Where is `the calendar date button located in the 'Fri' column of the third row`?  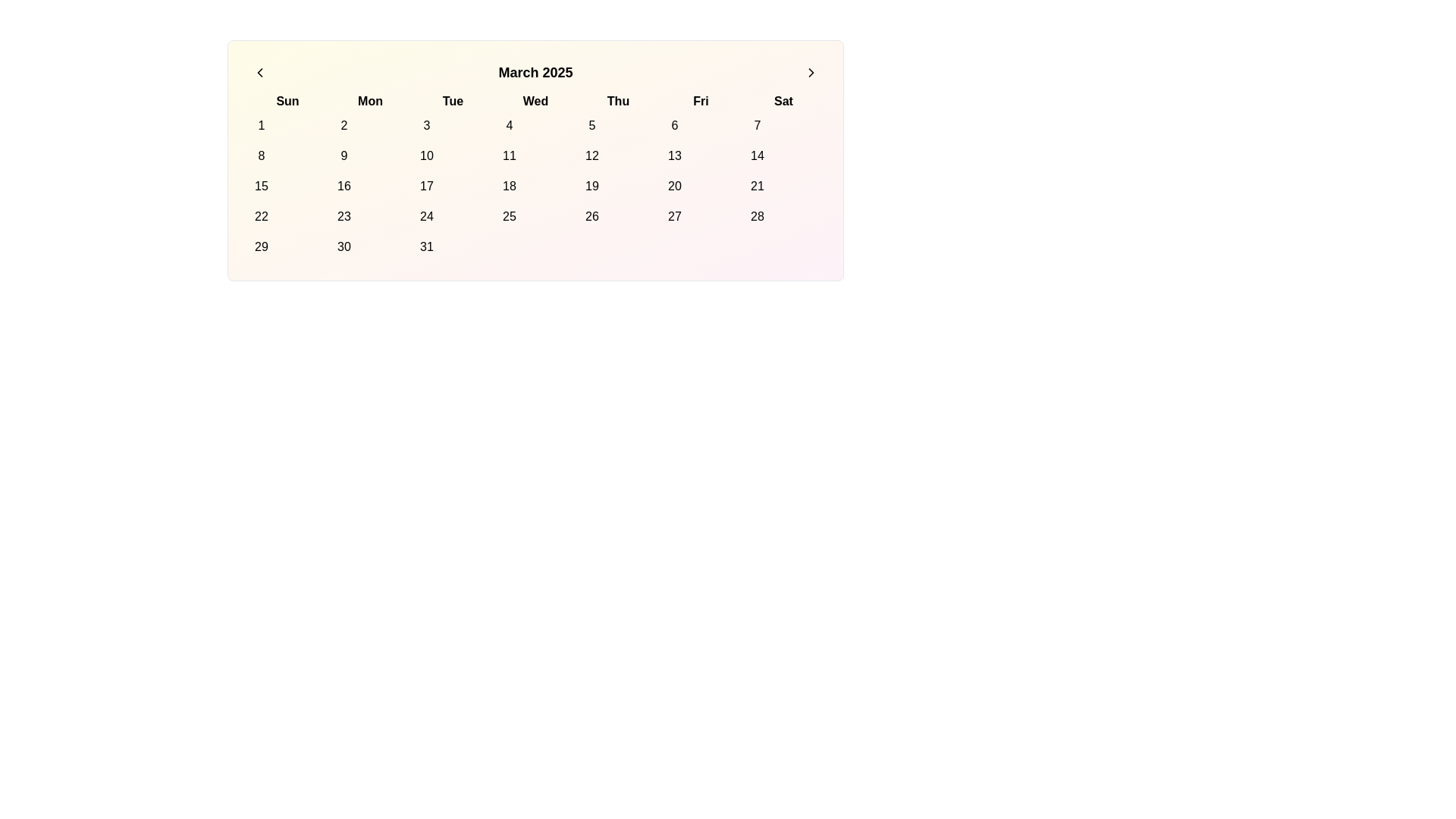 the calendar date button located in the 'Fri' column of the third row is located at coordinates (673, 186).